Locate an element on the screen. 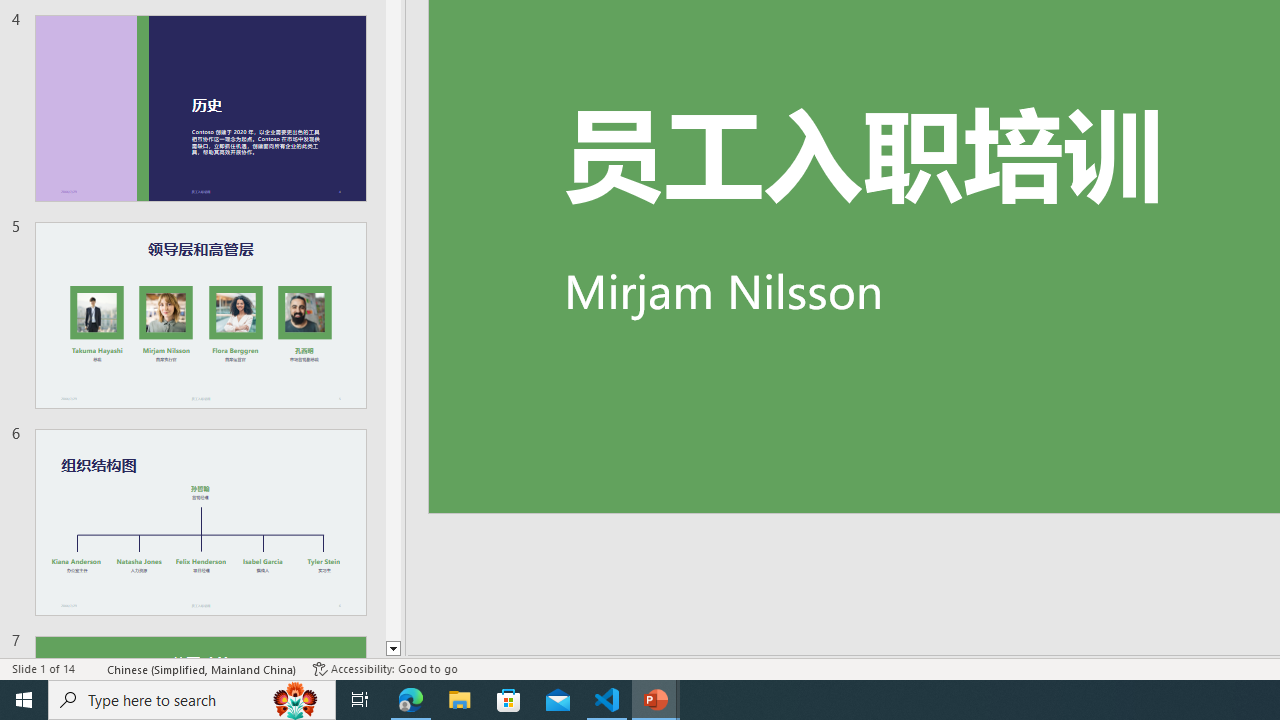 This screenshot has width=1280, height=720. 'Search highlights icon opens search home window' is located at coordinates (294, 698).